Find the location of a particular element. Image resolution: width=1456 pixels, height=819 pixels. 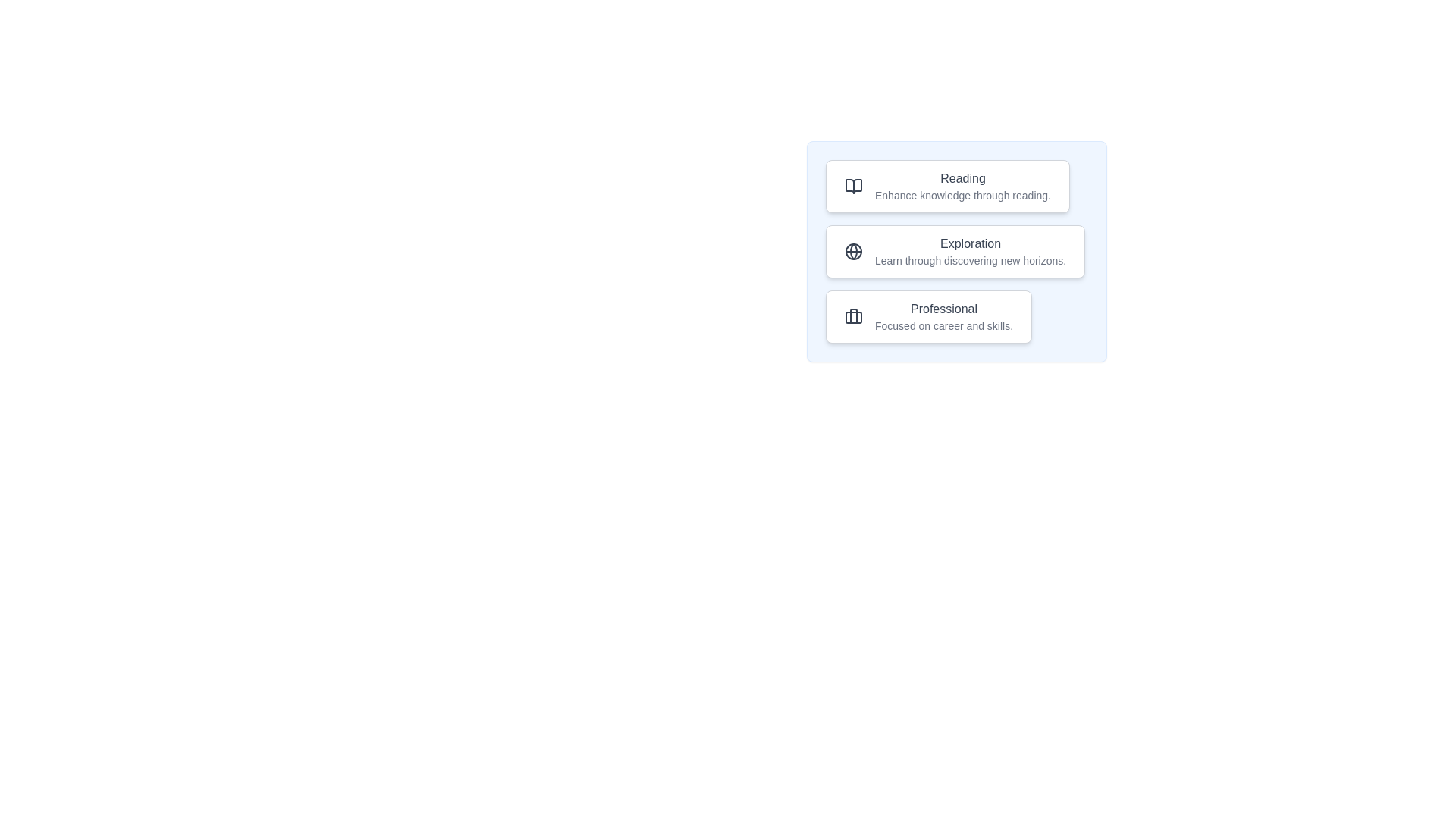

the focus chip labeled Exploration is located at coordinates (955, 250).